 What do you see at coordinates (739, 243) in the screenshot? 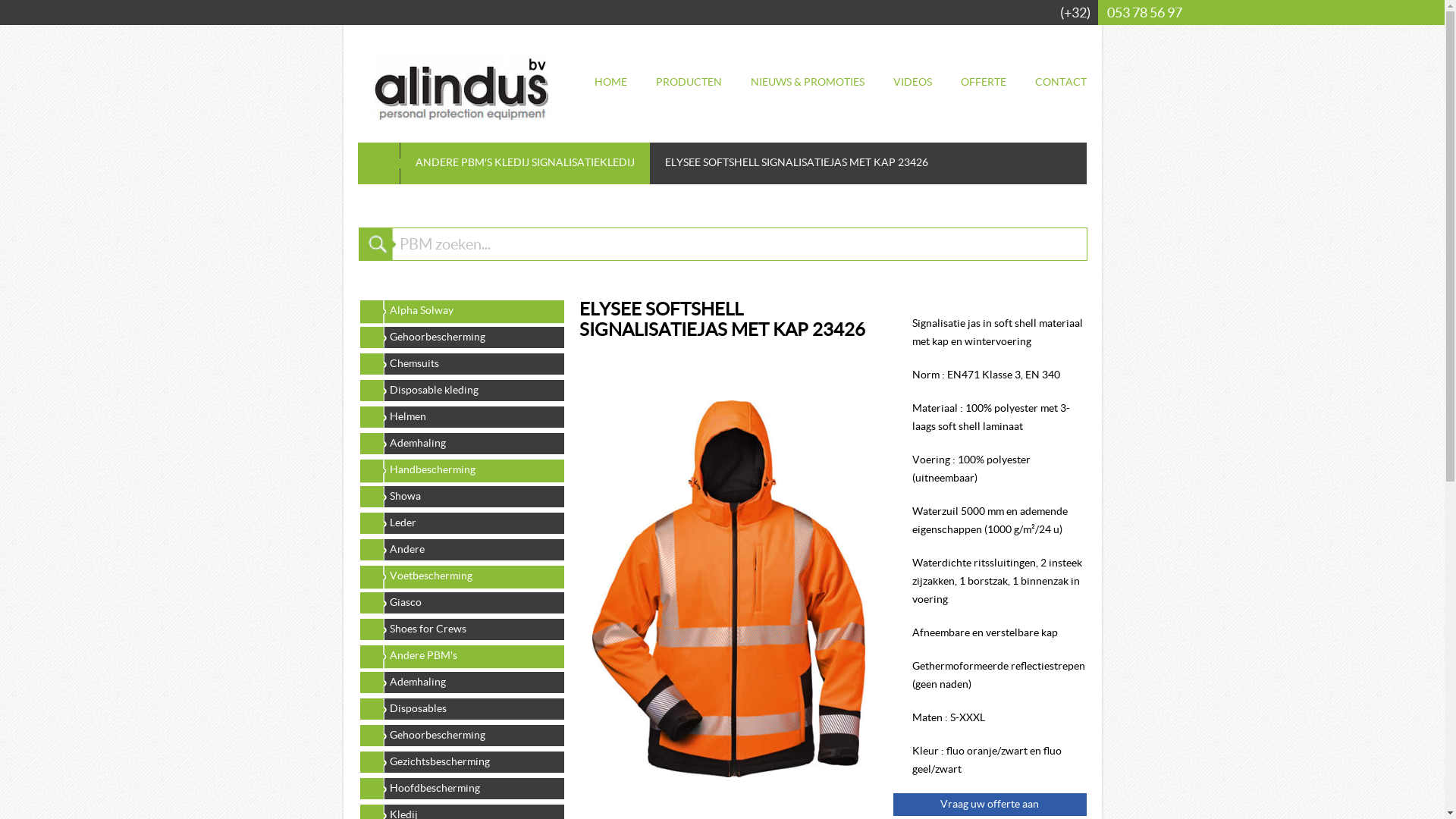
I see `'PBM zoeken...'` at bounding box center [739, 243].